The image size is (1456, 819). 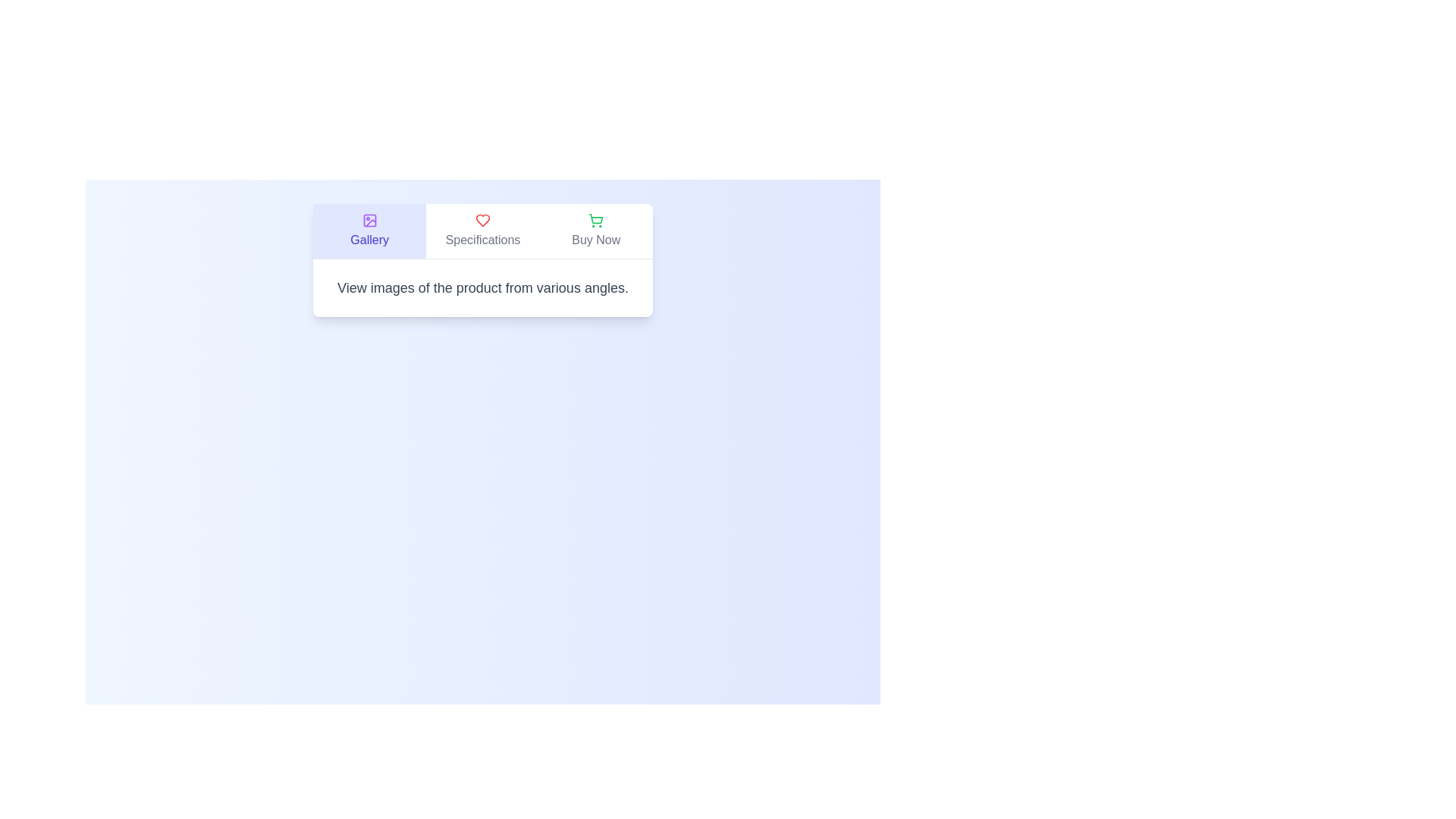 I want to click on the icon of the Buy Now tab, so click(x=595, y=220).